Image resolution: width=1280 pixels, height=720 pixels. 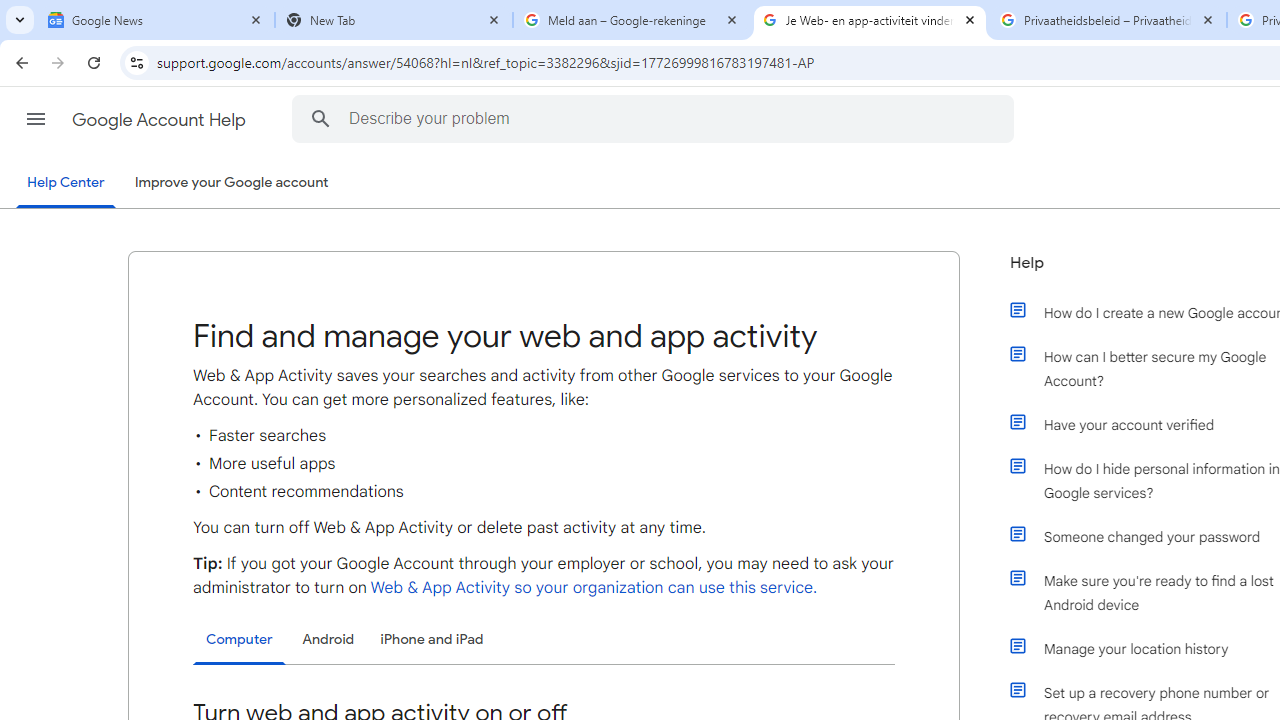 What do you see at coordinates (155, 20) in the screenshot?
I see `'Google News'` at bounding box center [155, 20].